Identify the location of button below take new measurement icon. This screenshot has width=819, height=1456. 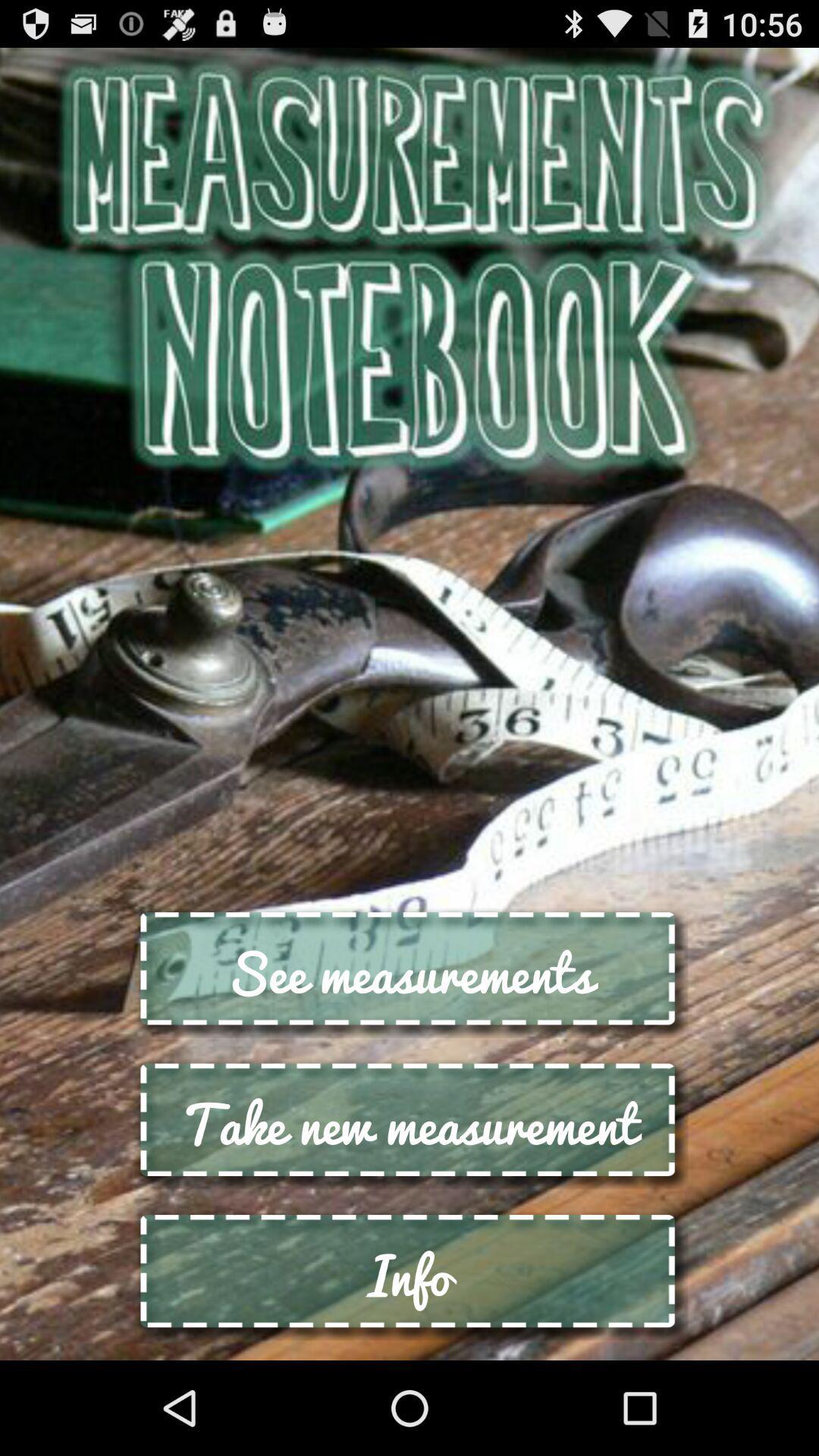
(409, 1274).